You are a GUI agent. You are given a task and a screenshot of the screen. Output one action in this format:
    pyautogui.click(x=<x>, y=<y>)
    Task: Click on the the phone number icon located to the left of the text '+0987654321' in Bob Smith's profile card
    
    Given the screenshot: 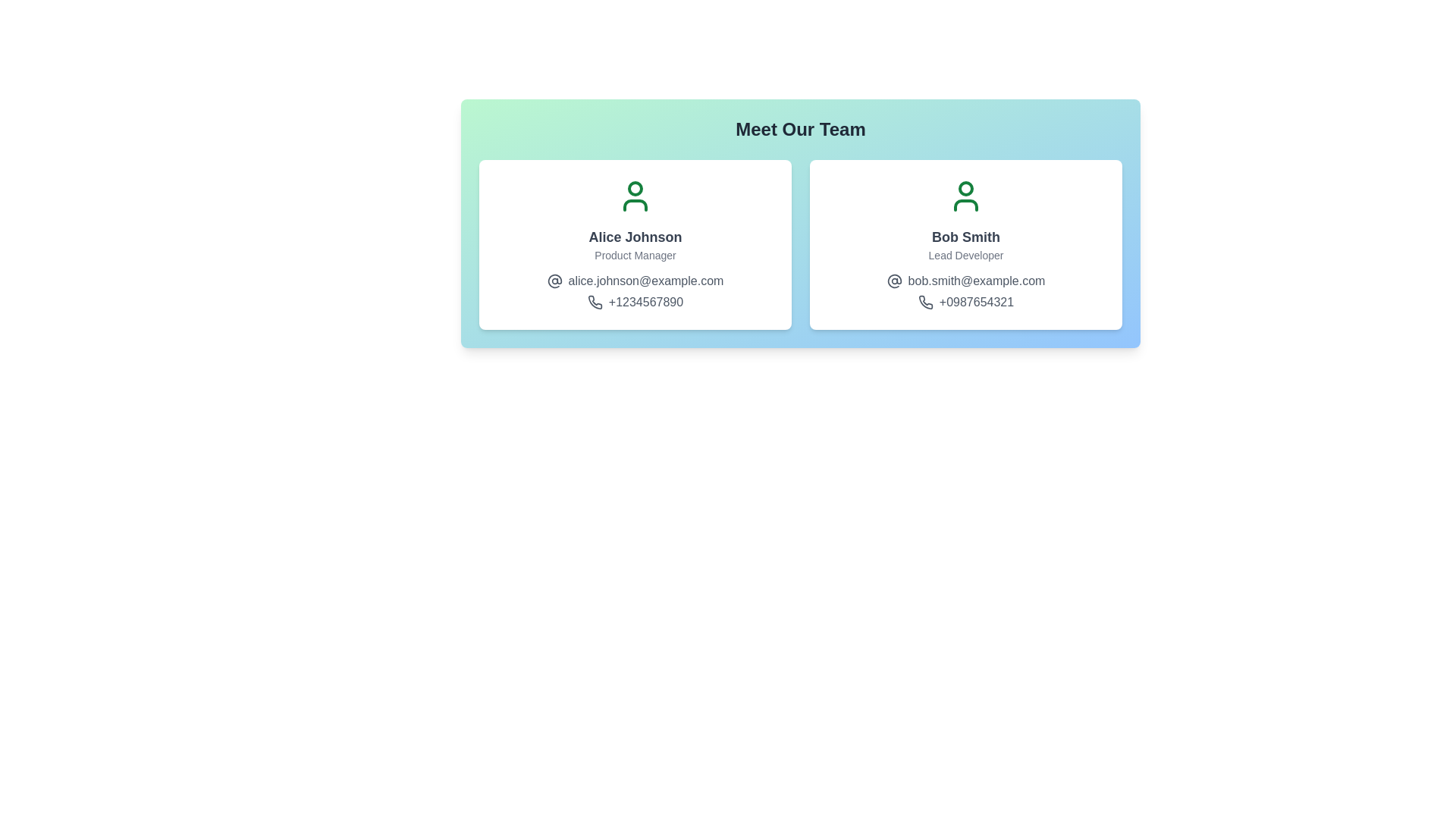 What is the action you would take?
    pyautogui.click(x=924, y=302)
    